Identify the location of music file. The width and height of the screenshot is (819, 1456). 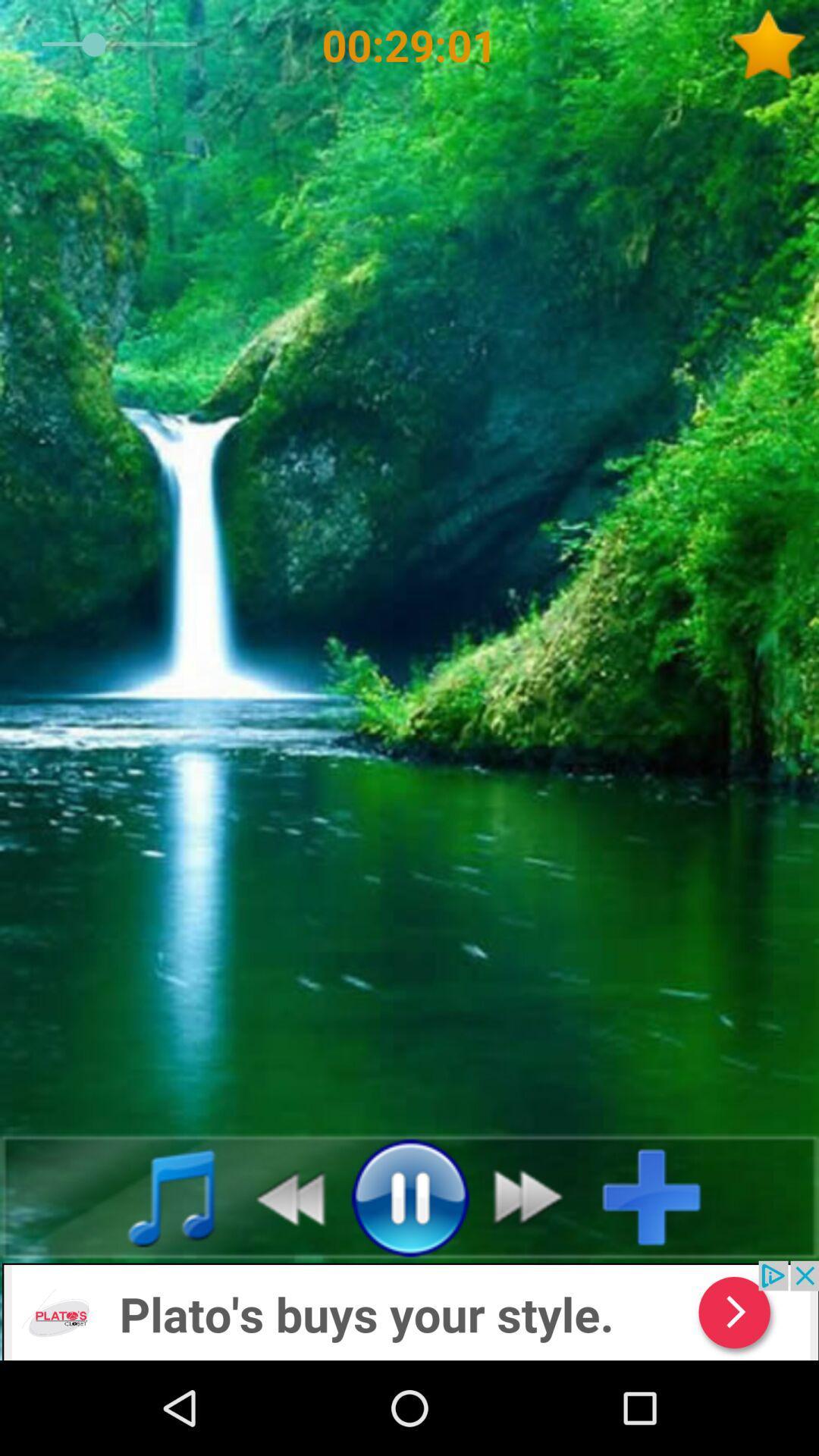
(155, 1196).